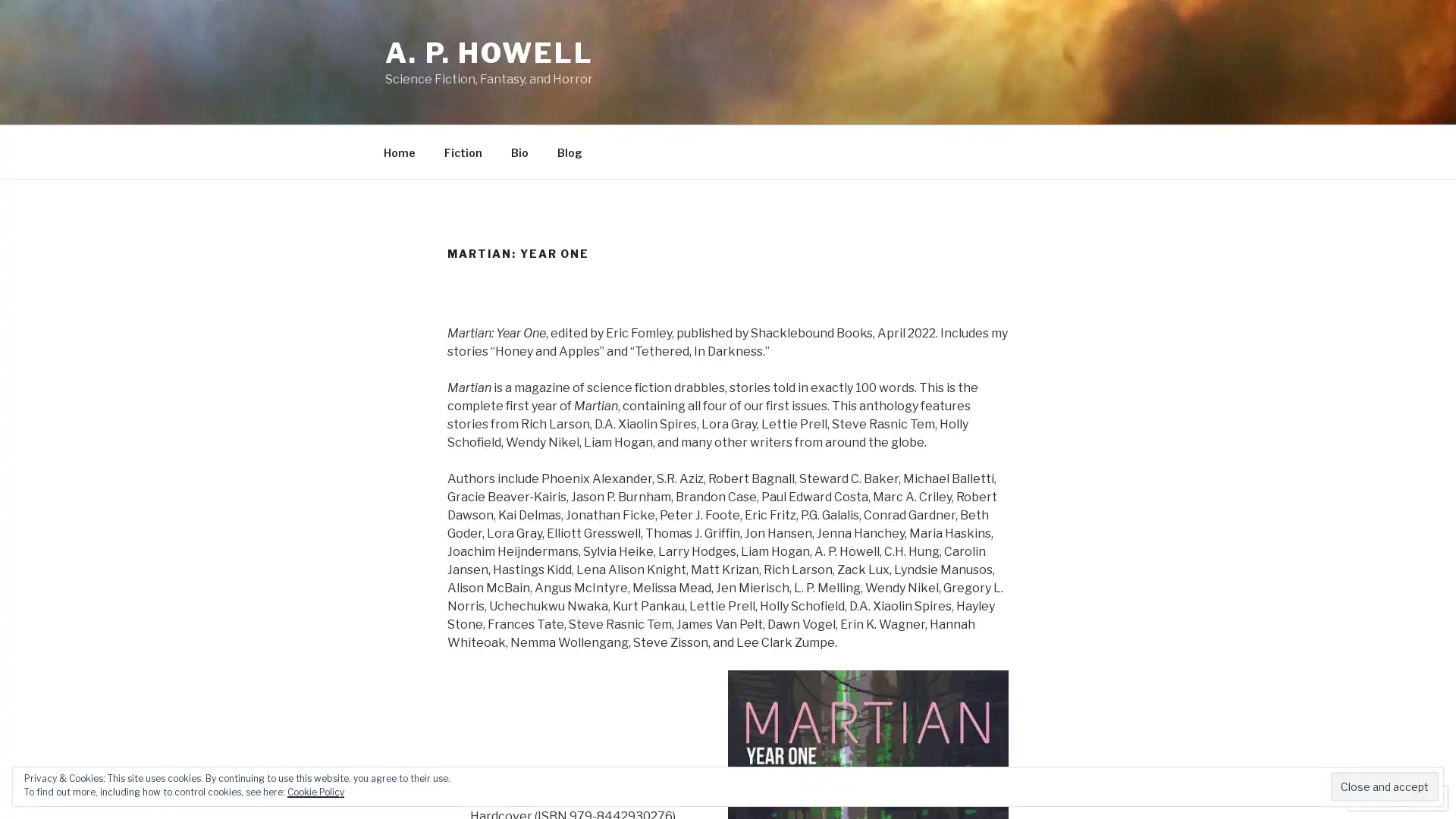  Describe the element at coordinates (1384, 786) in the screenshot. I see `Close and accept` at that location.